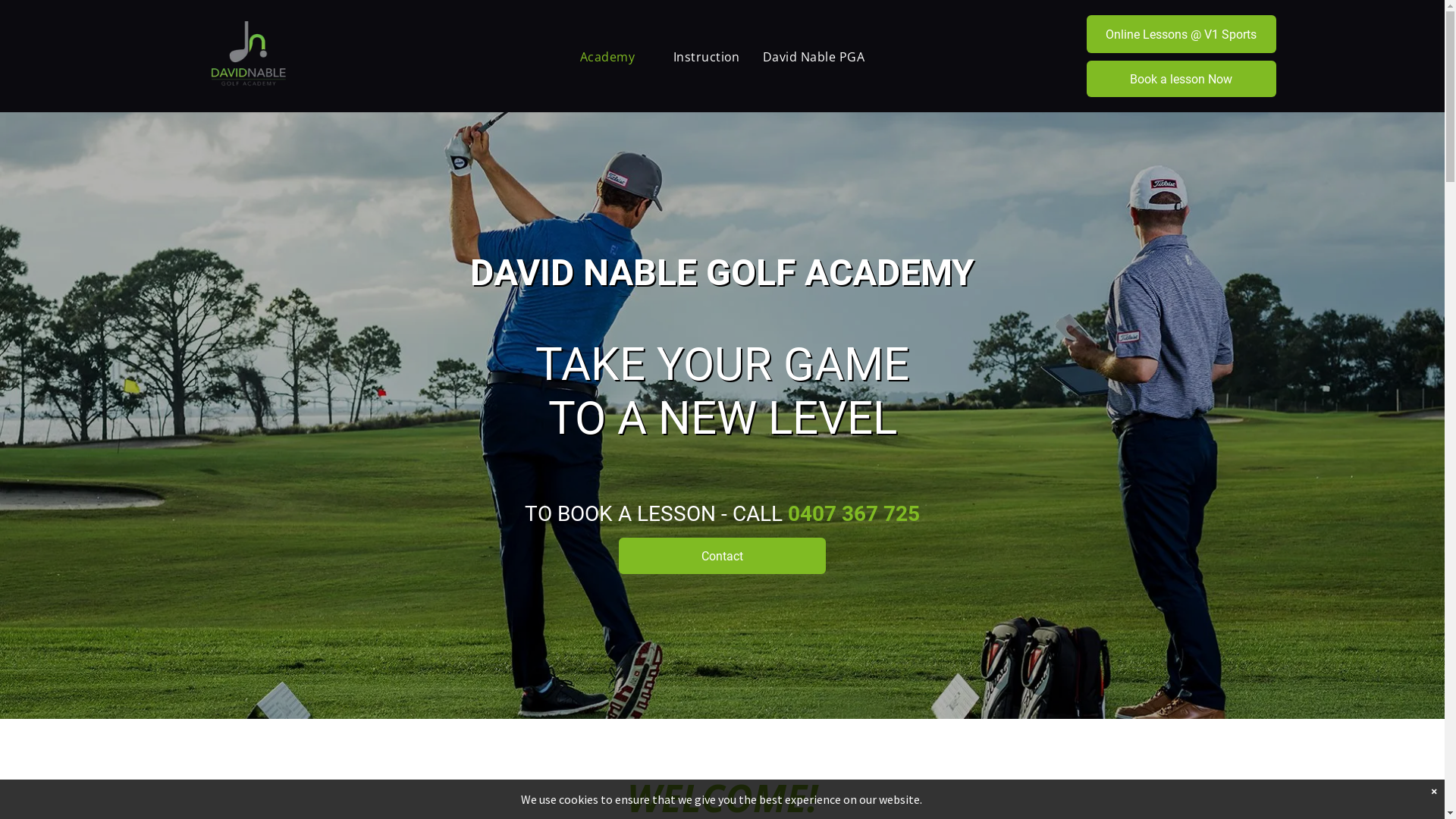 This screenshot has height=819, width=1456. Describe the element at coordinates (705, 55) in the screenshot. I see `'Instruction'` at that location.